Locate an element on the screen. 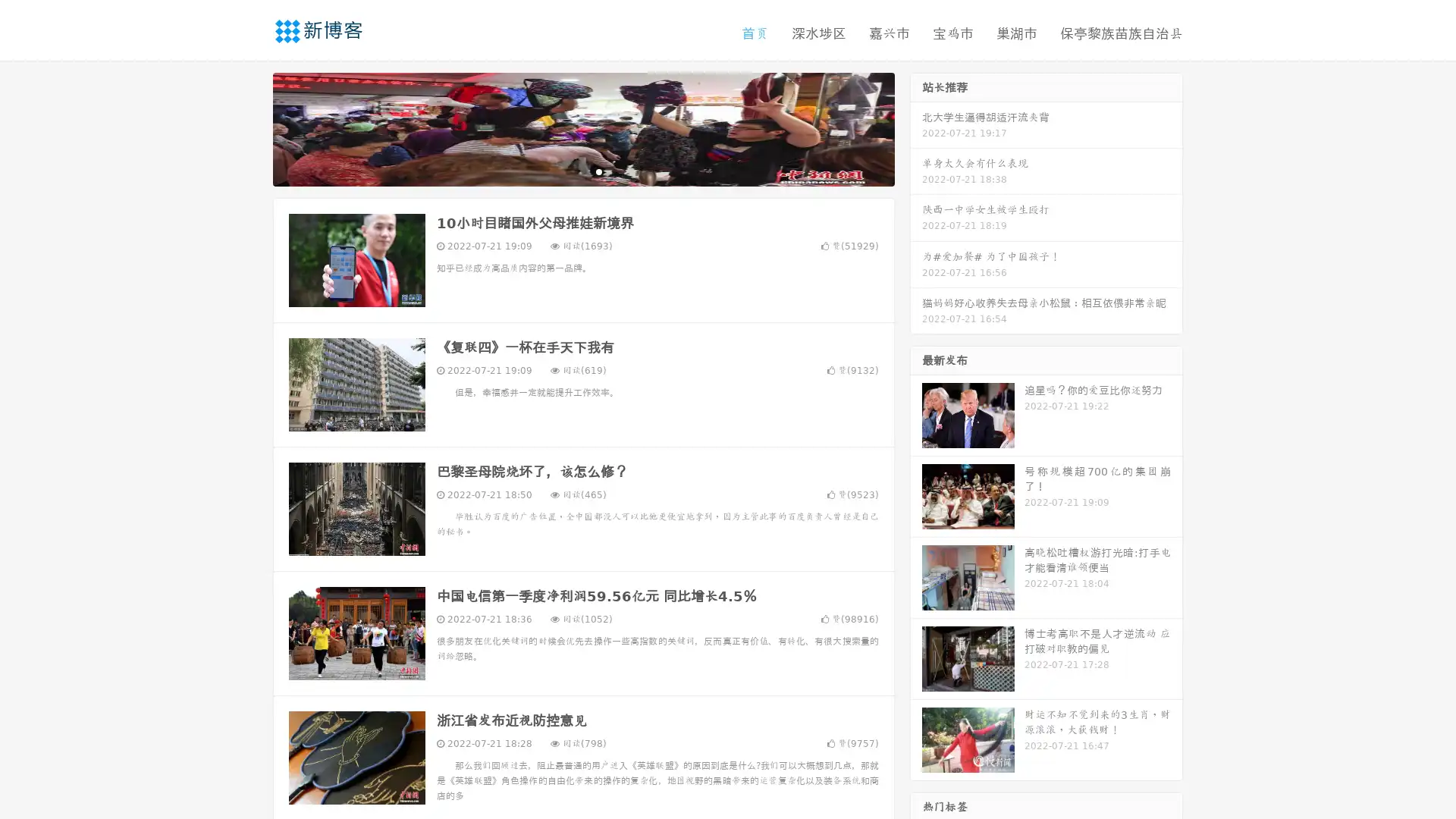 This screenshot has height=819, width=1456. Go to slide 2 is located at coordinates (582, 171).